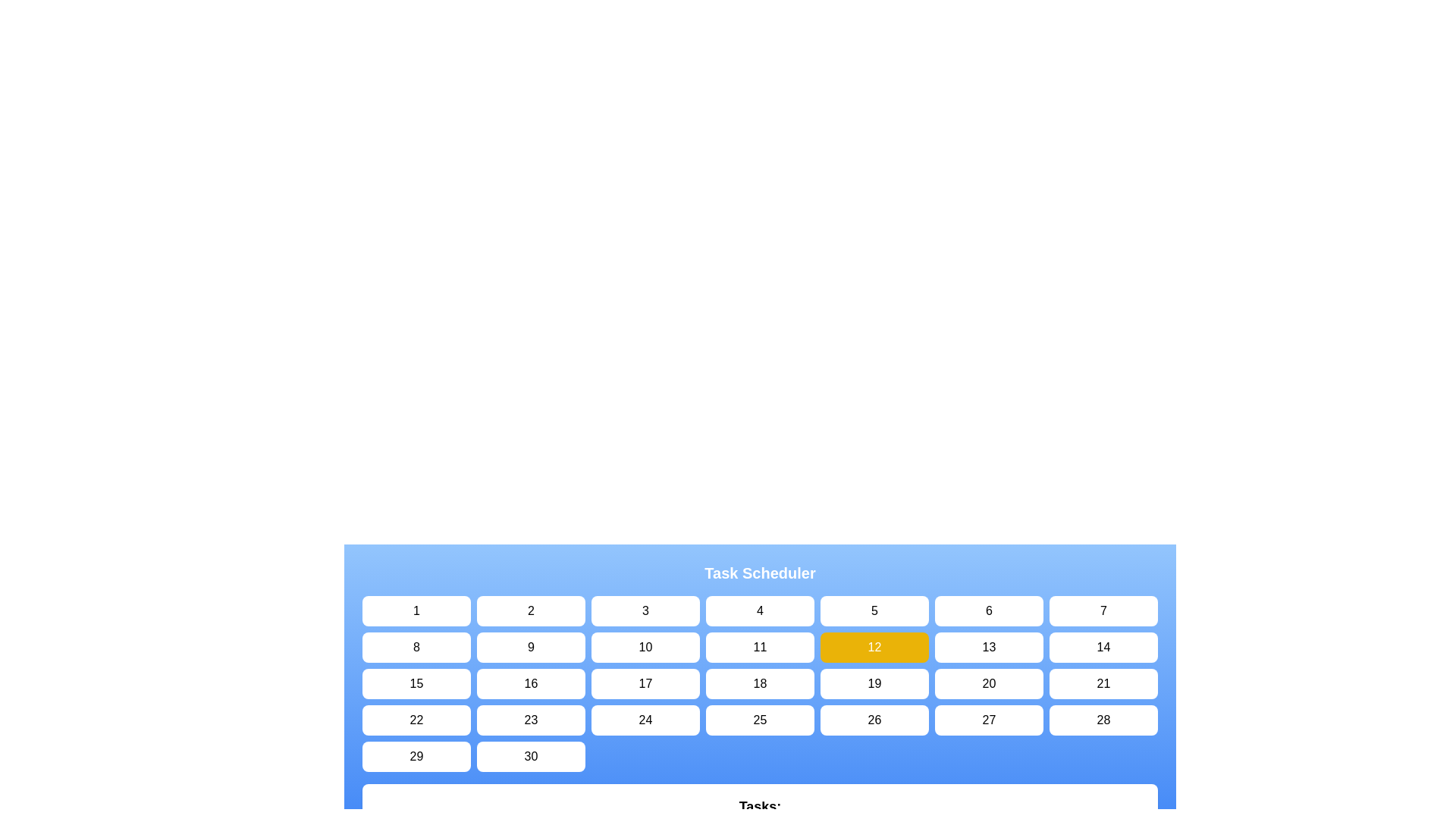  I want to click on the button that allows the user to select the number '22', so click(416, 719).